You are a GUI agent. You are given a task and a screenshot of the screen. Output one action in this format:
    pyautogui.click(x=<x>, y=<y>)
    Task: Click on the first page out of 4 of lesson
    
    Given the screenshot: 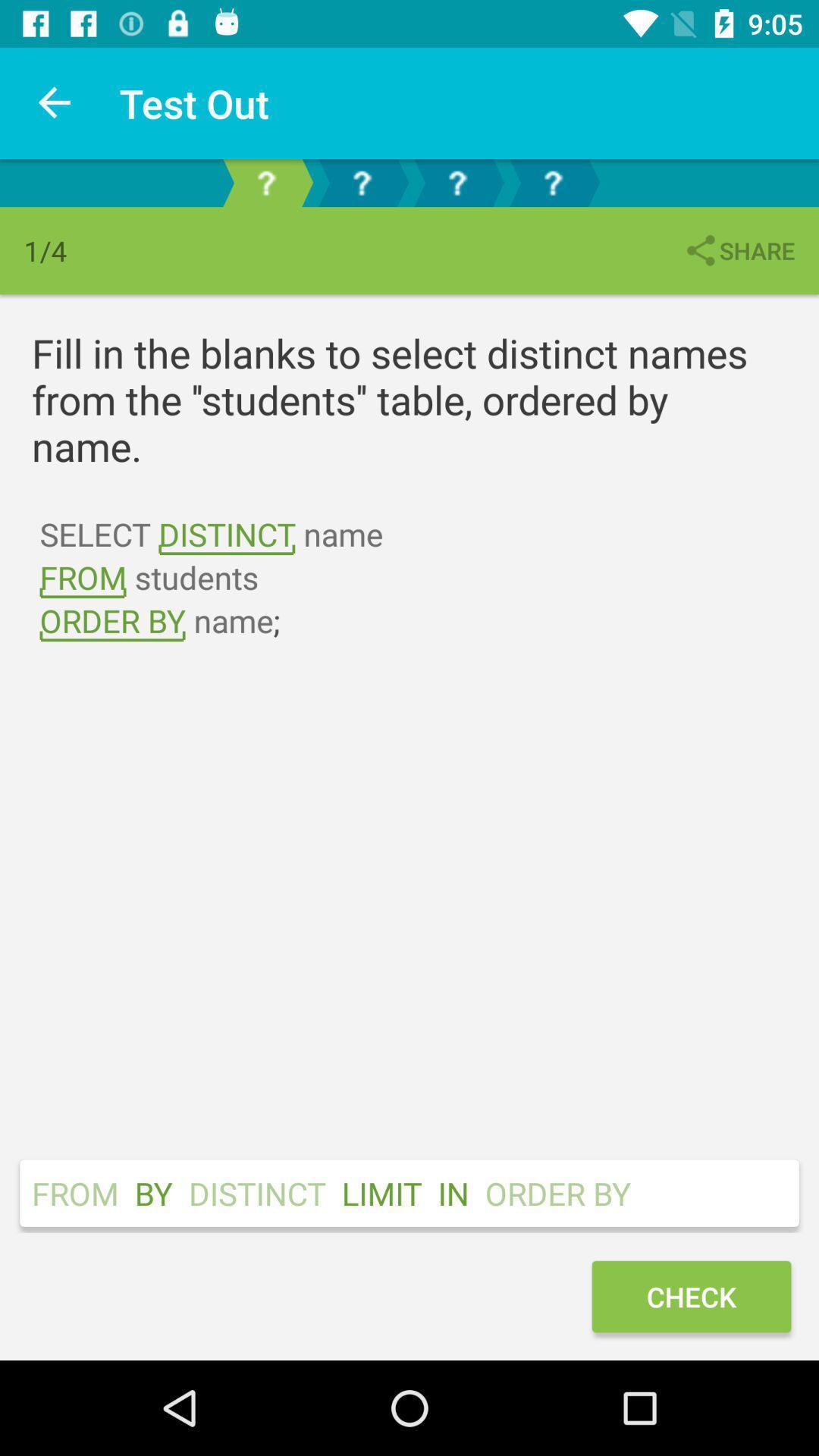 What is the action you would take?
    pyautogui.click(x=265, y=182)
    